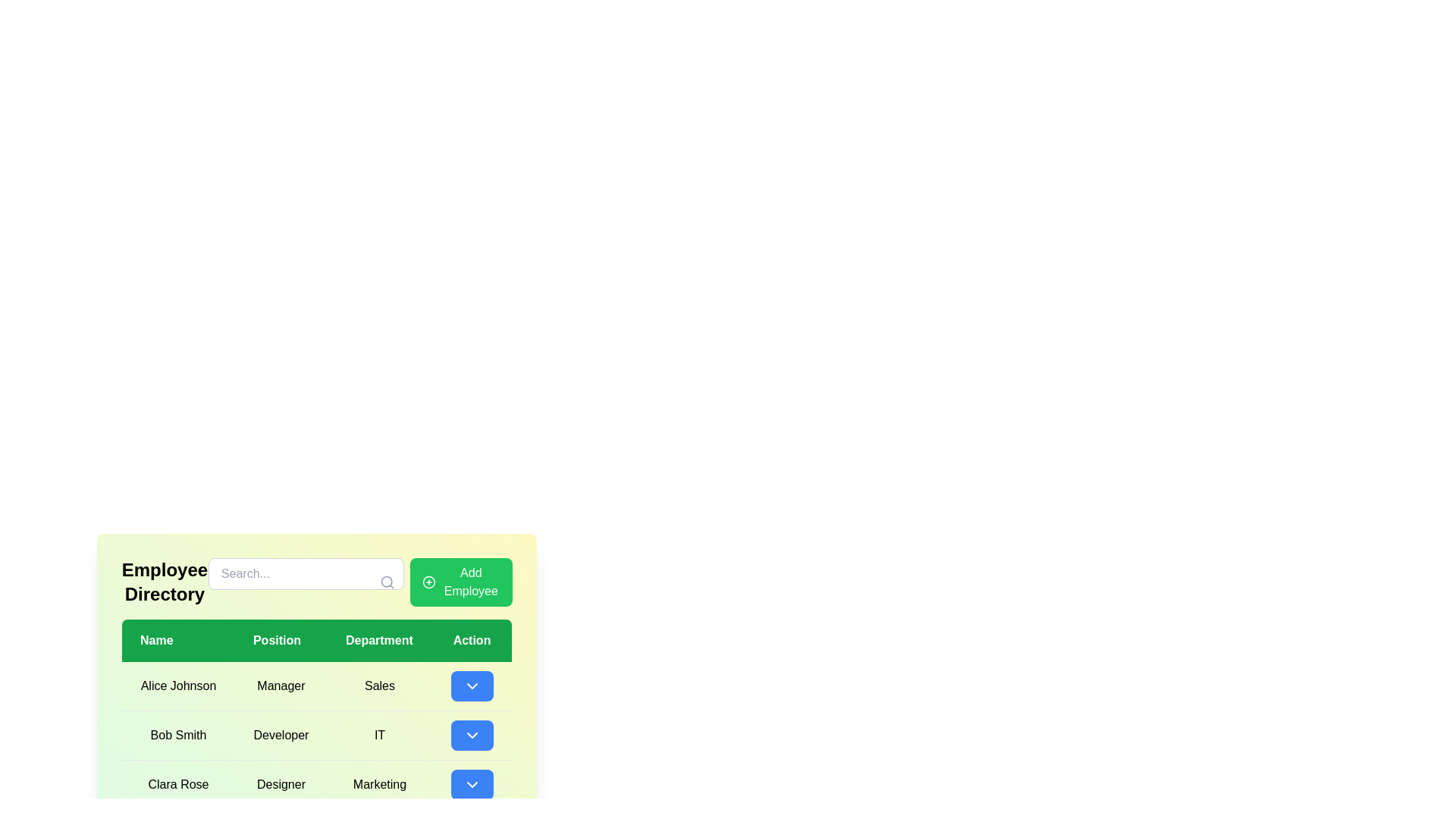 The width and height of the screenshot is (1456, 819). What do you see at coordinates (471, 784) in the screenshot?
I see `the button located in the last row of the table's Action column to interact via keyboard` at bounding box center [471, 784].